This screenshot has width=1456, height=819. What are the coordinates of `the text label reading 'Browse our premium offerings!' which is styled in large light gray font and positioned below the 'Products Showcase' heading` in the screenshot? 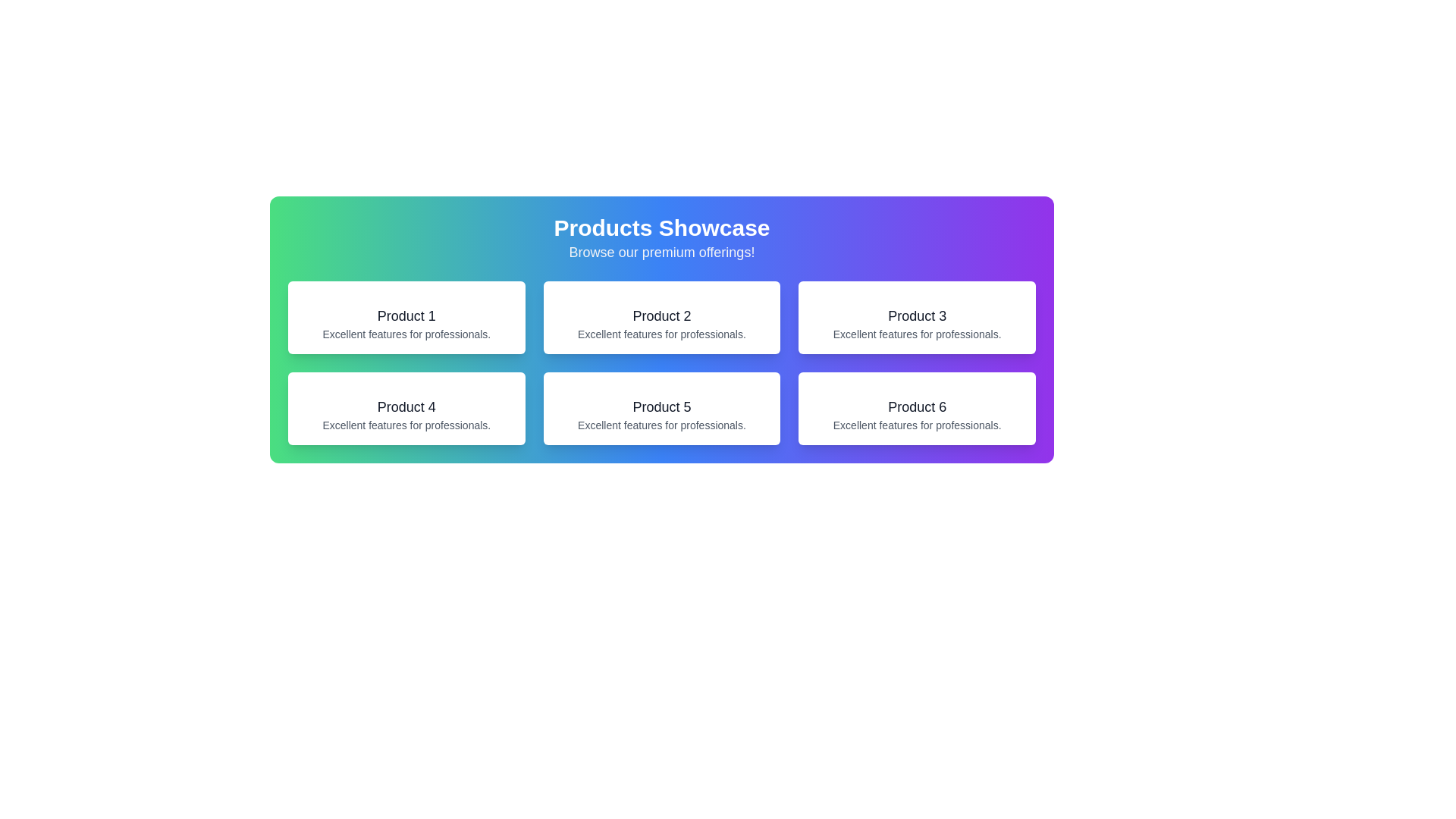 It's located at (662, 251).